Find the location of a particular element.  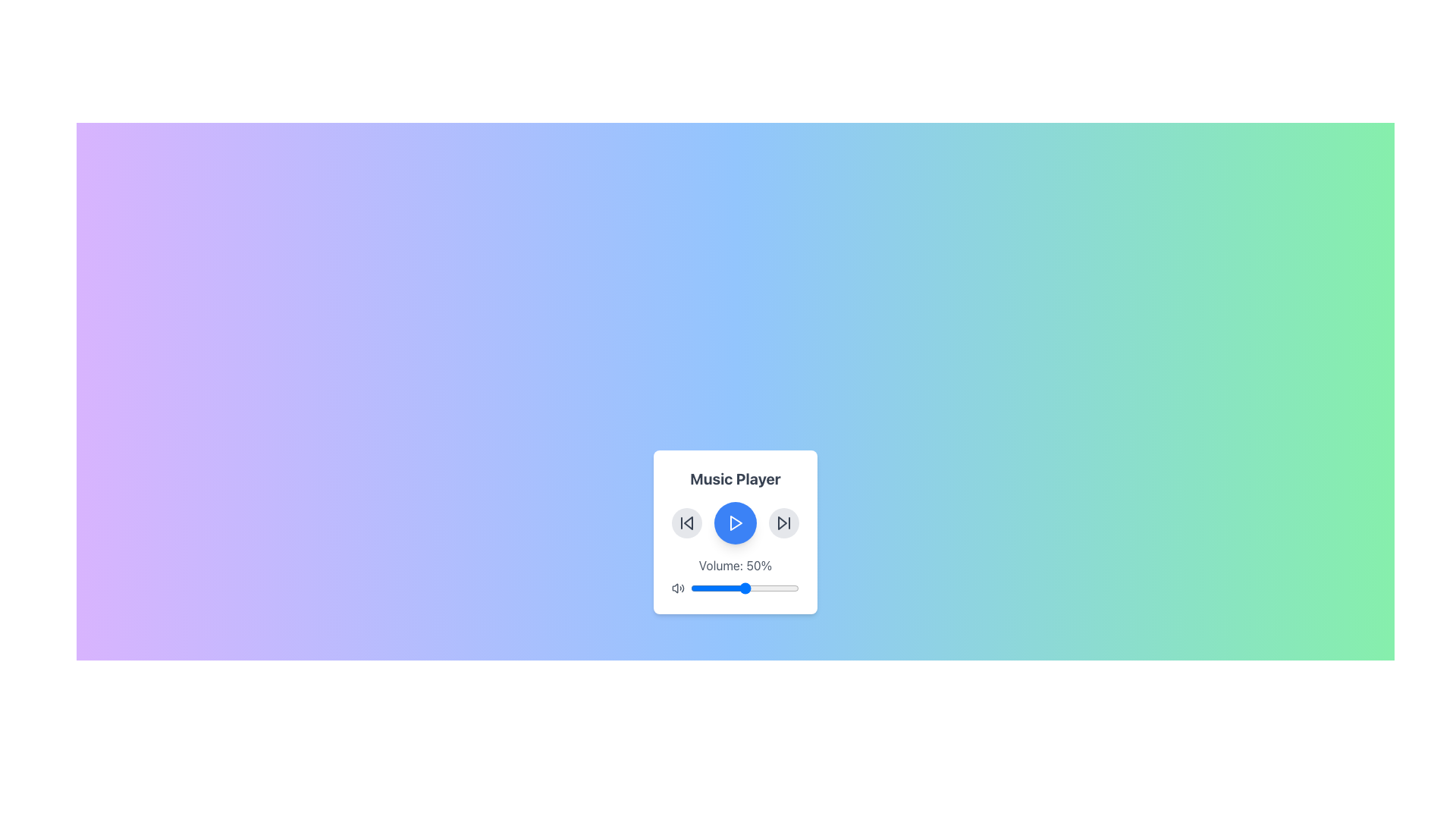

volume level is located at coordinates (744, 587).